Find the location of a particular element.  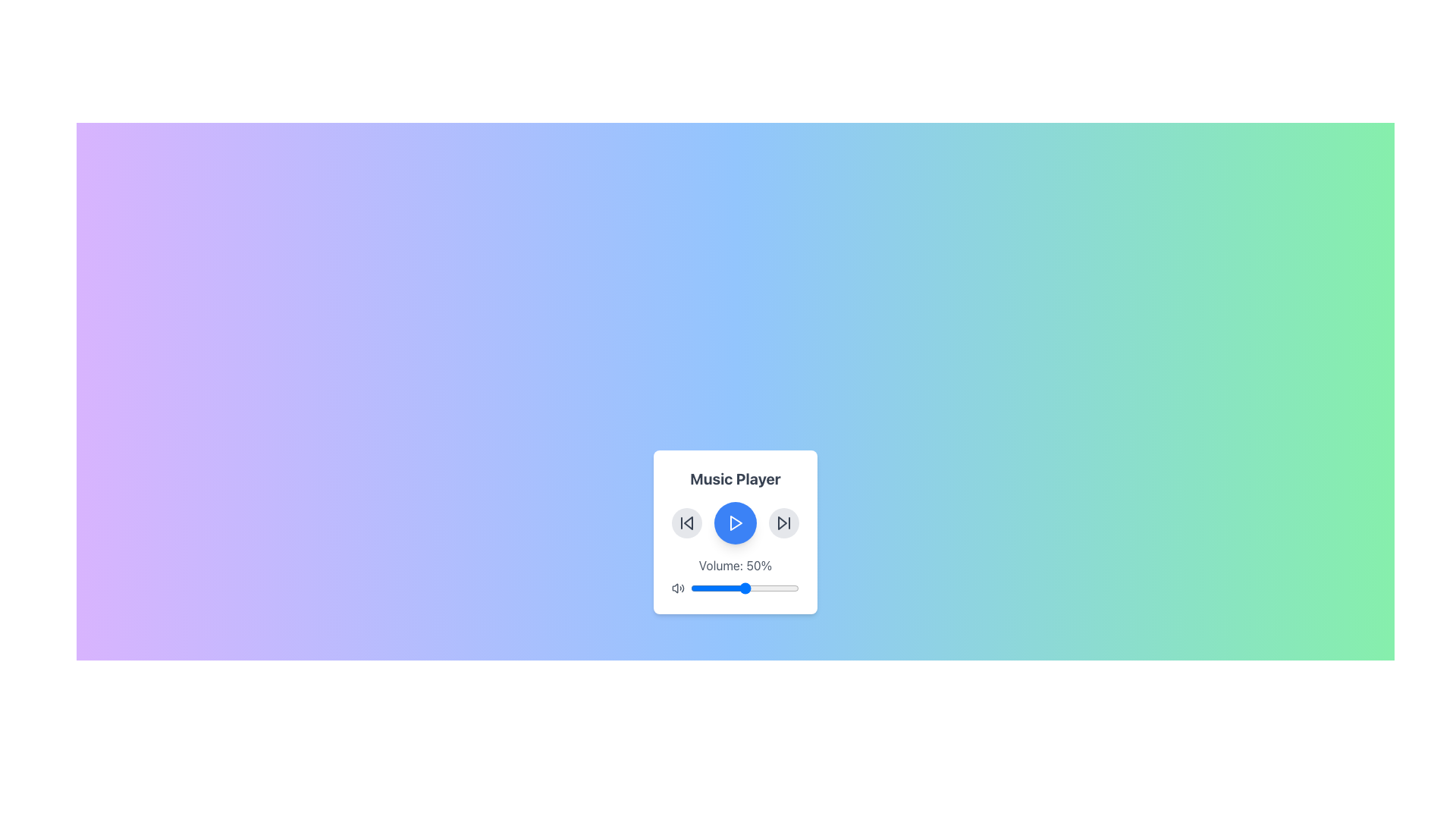

volume level is located at coordinates (744, 587).